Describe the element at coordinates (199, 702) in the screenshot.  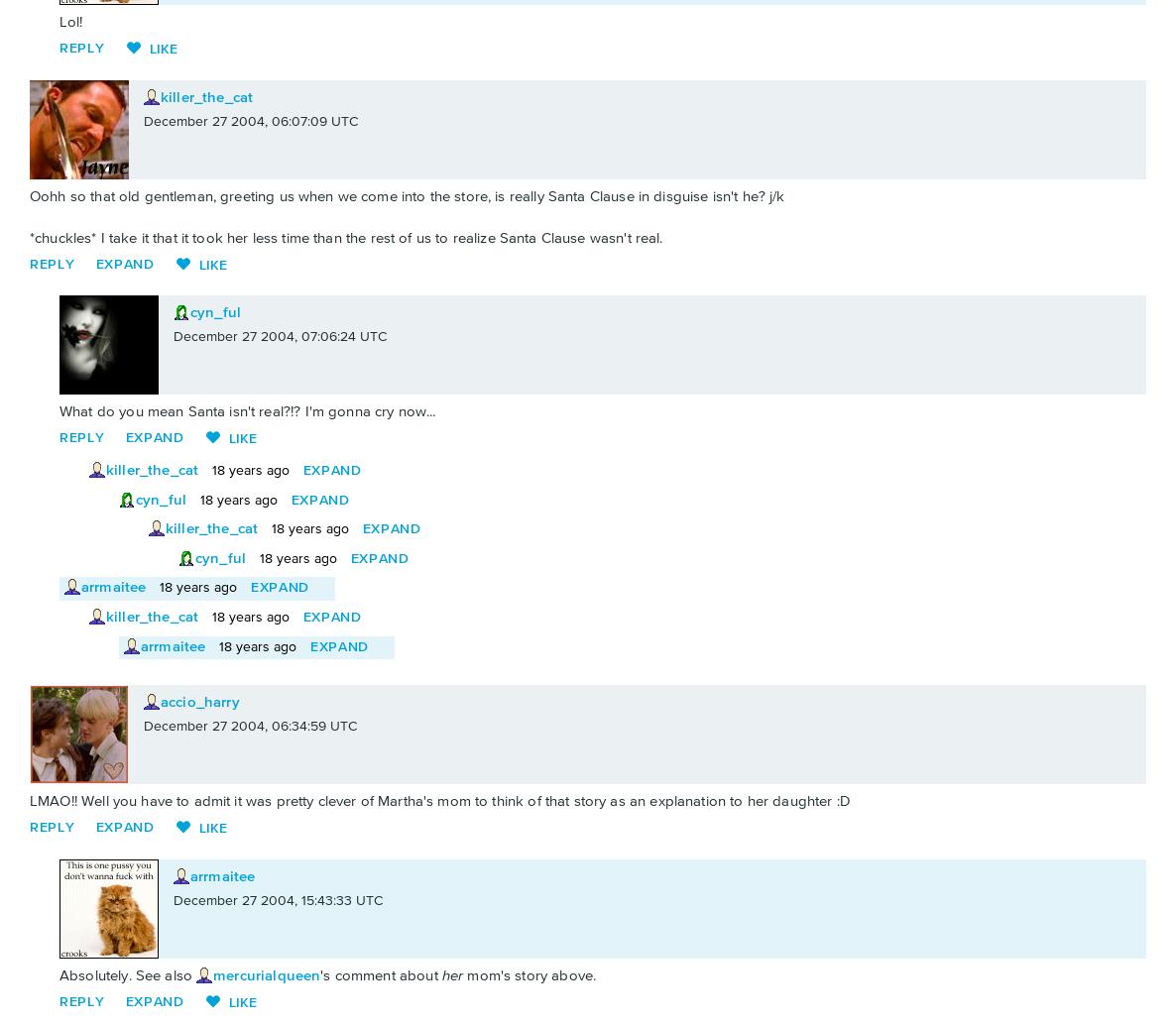
I see `'accio_harry'` at that location.